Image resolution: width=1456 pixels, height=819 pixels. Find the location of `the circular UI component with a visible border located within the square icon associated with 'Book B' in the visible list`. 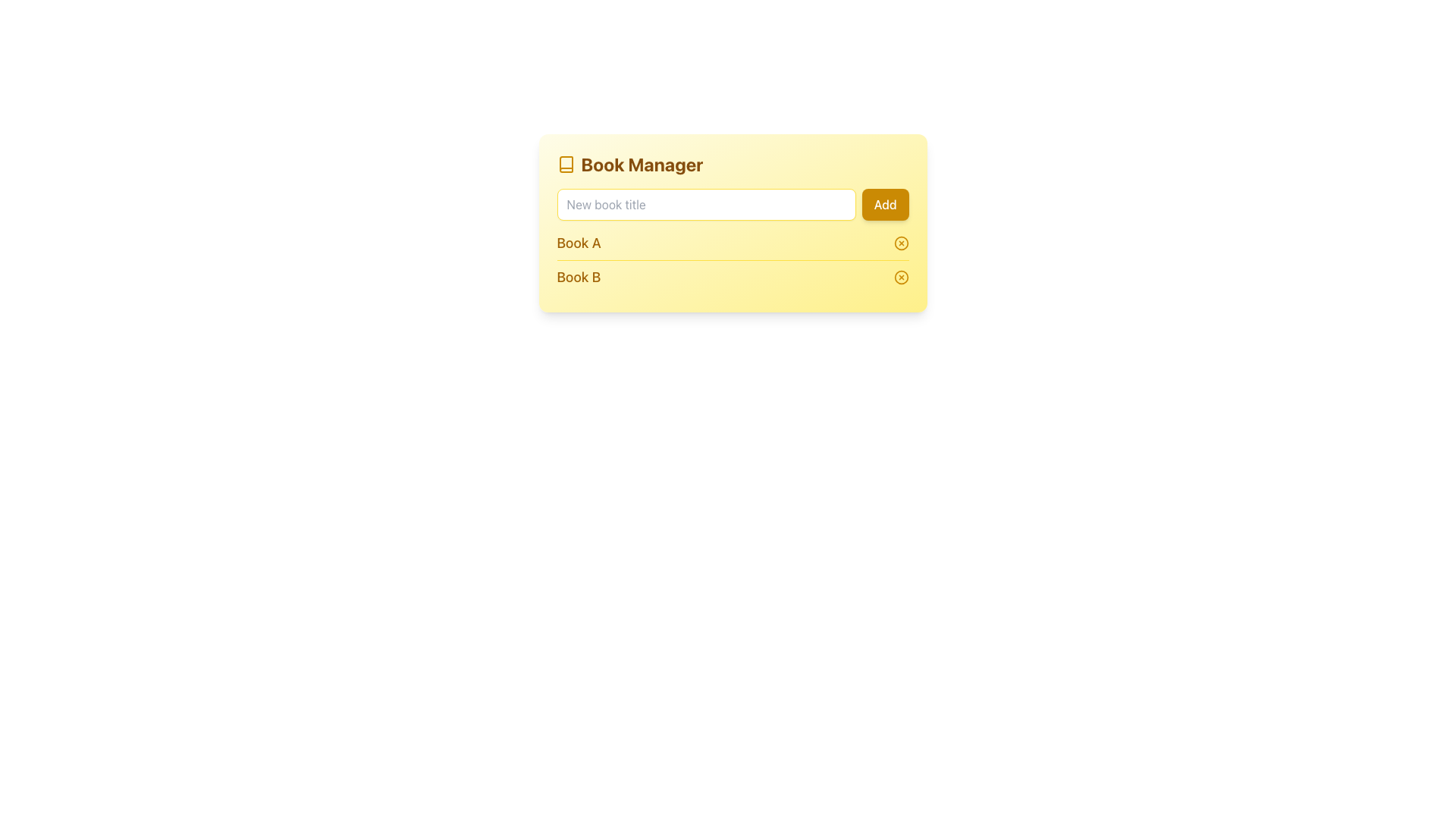

the circular UI component with a visible border located within the square icon associated with 'Book B' in the visible list is located at coordinates (901, 278).